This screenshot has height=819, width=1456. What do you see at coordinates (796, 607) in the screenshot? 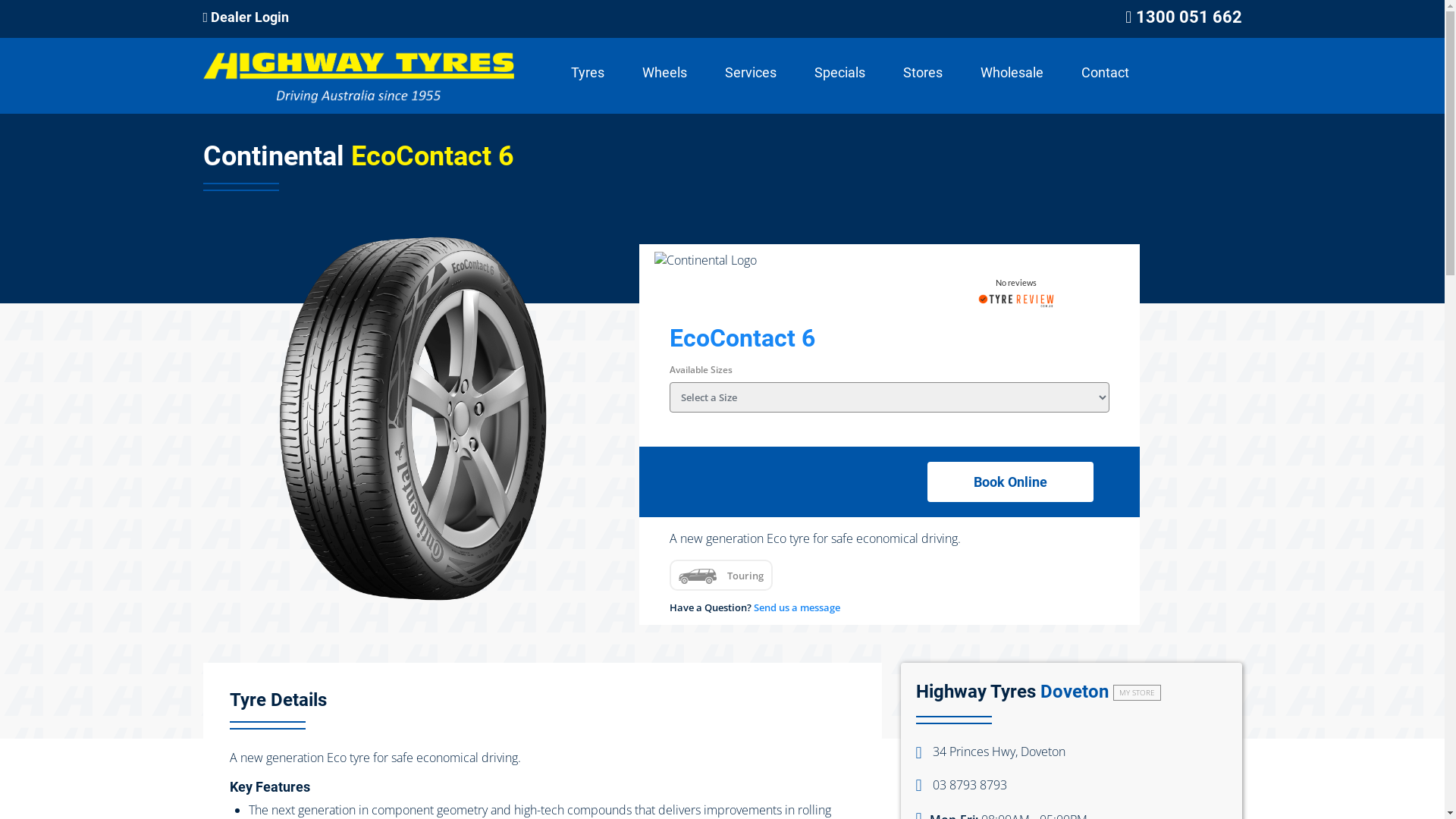
I see `'Send us a message'` at bounding box center [796, 607].